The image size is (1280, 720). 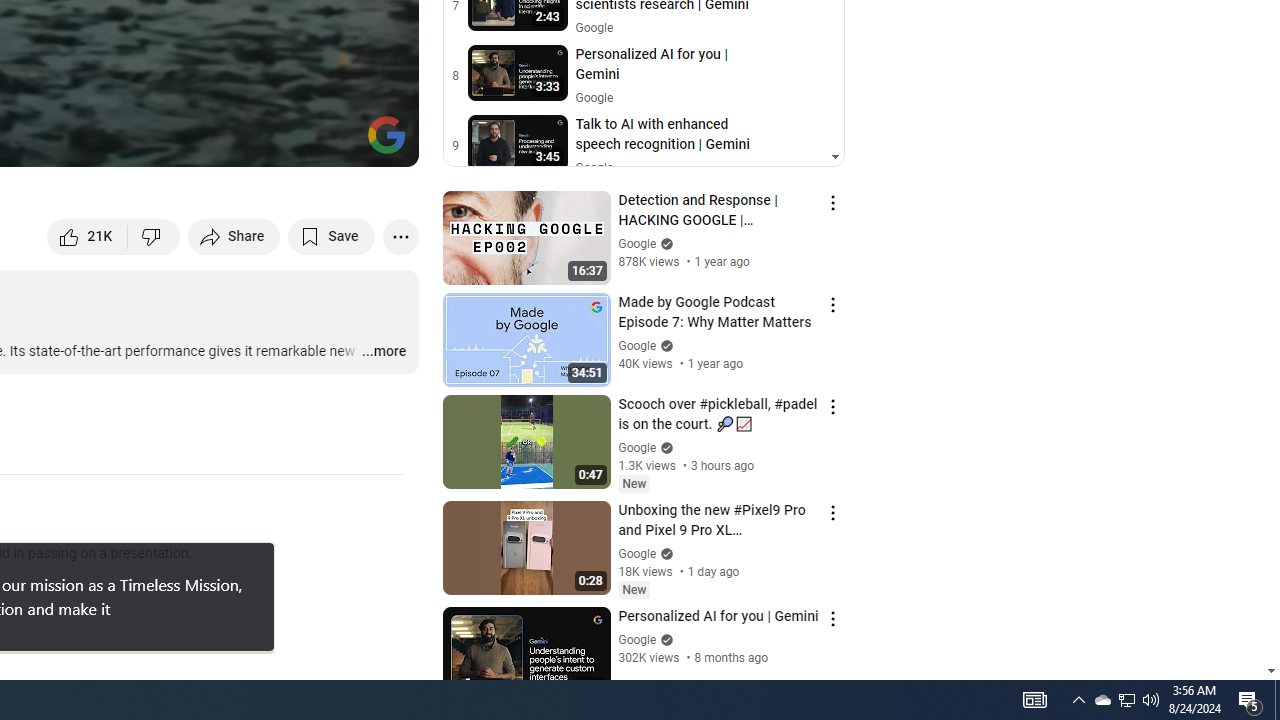 What do you see at coordinates (234, 235) in the screenshot?
I see `'Share'` at bounding box center [234, 235].